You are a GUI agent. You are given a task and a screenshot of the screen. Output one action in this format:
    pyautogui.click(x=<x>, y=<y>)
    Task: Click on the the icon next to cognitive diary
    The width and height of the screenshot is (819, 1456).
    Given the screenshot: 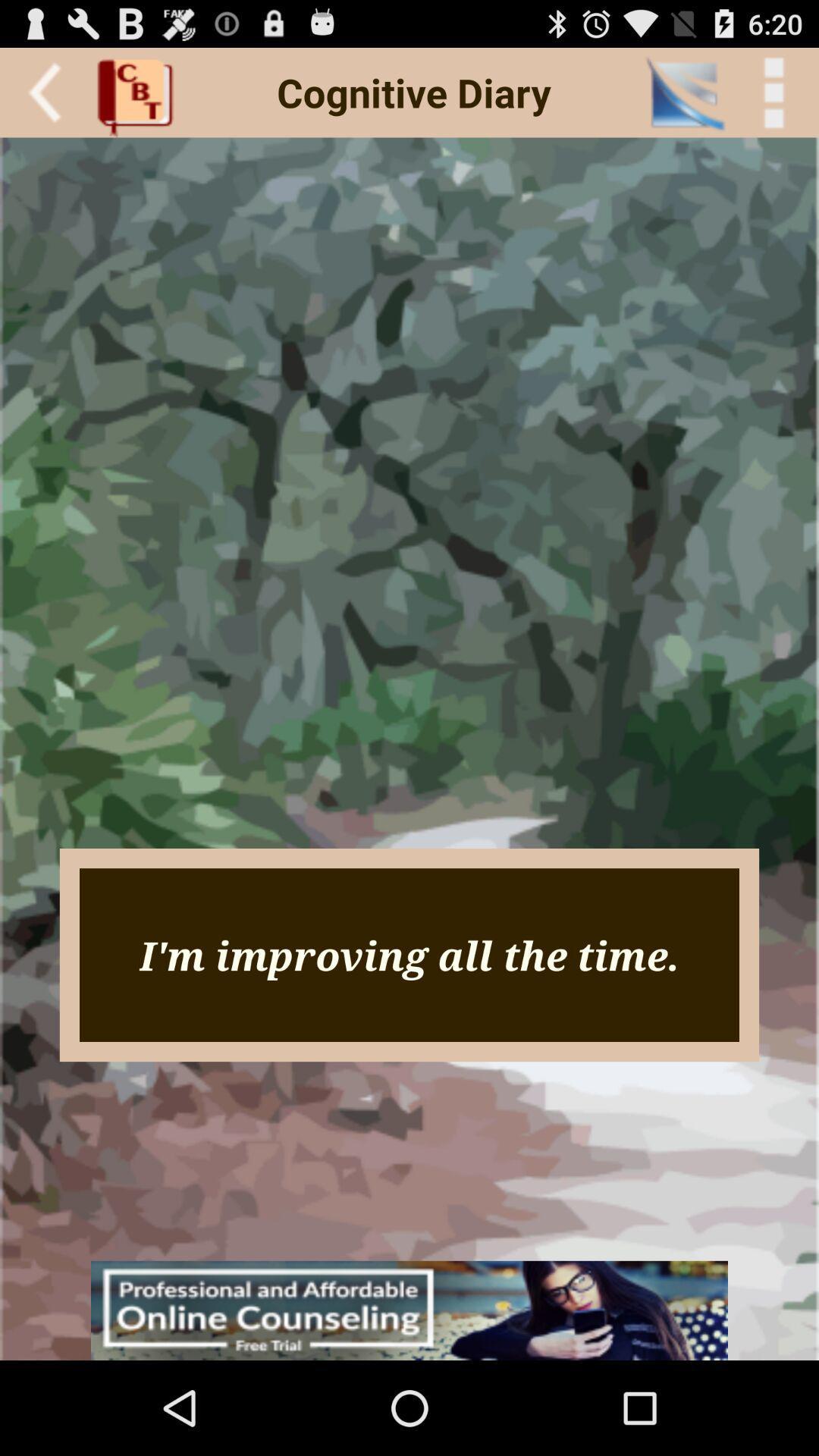 What is the action you would take?
    pyautogui.click(x=140, y=92)
    